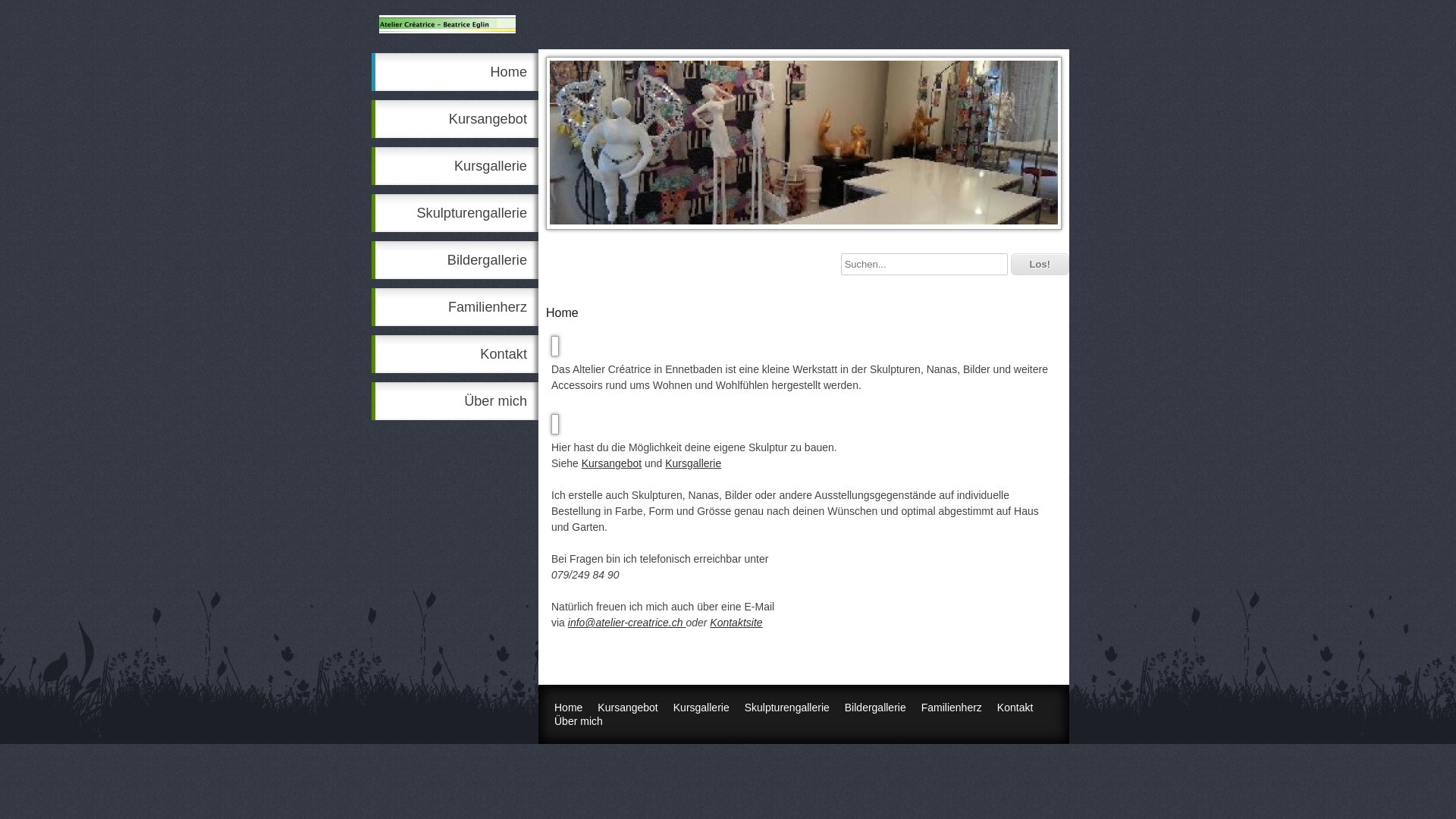 Image resolution: width=1456 pixels, height=819 pixels. Describe the element at coordinates (454, 166) in the screenshot. I see `'Kursgallerie'` at that location.